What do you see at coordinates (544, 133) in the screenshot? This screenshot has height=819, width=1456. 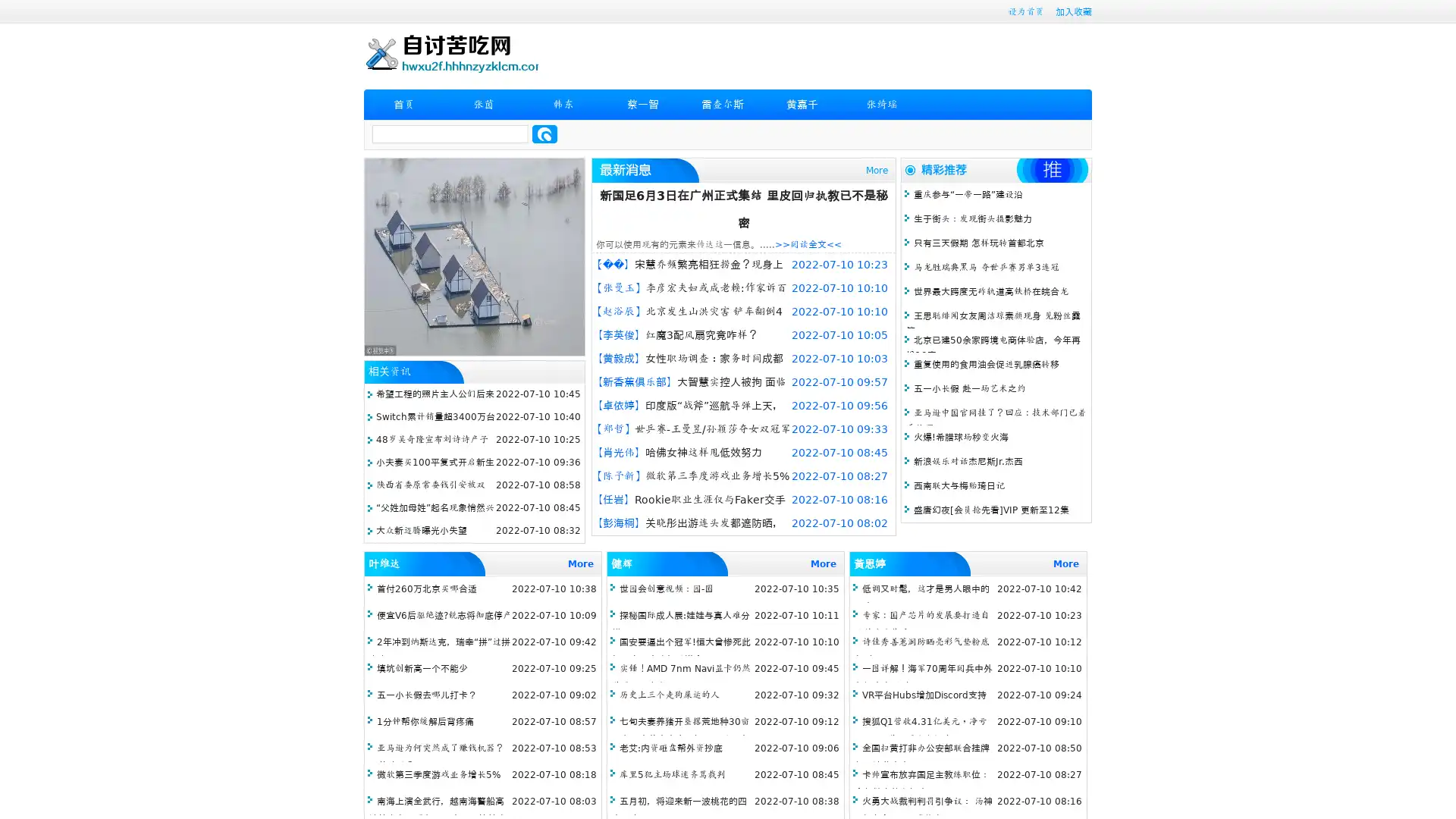 I see `Search` at bounding box center [544, 133].